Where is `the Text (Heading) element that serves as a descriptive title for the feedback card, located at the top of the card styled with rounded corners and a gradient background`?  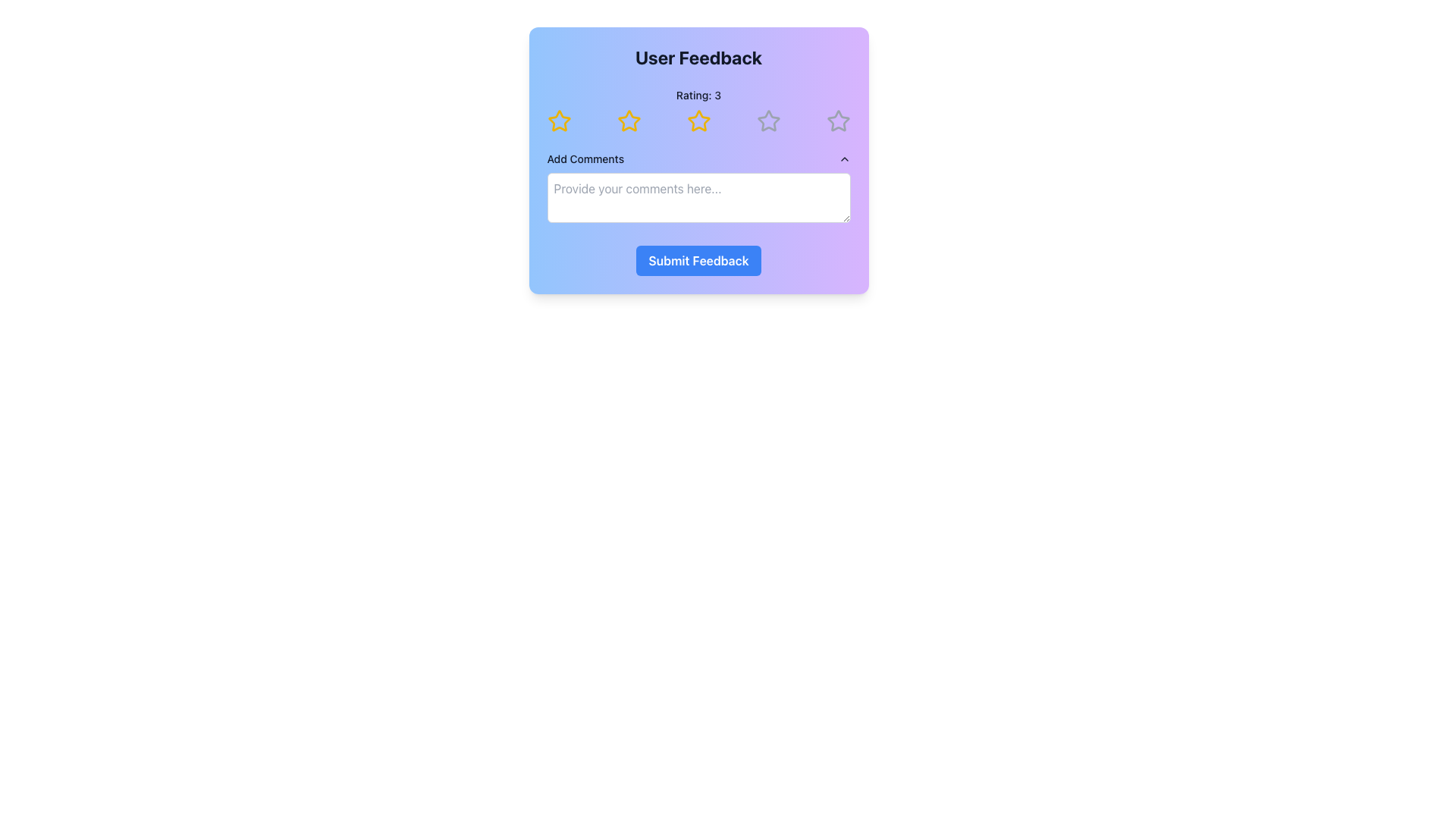 the Text (Heading) element that serves as a descriptive title for the feedback card, located at the top of the card styled with rounded corners and a gradient background is located at coordinates (698, 57).